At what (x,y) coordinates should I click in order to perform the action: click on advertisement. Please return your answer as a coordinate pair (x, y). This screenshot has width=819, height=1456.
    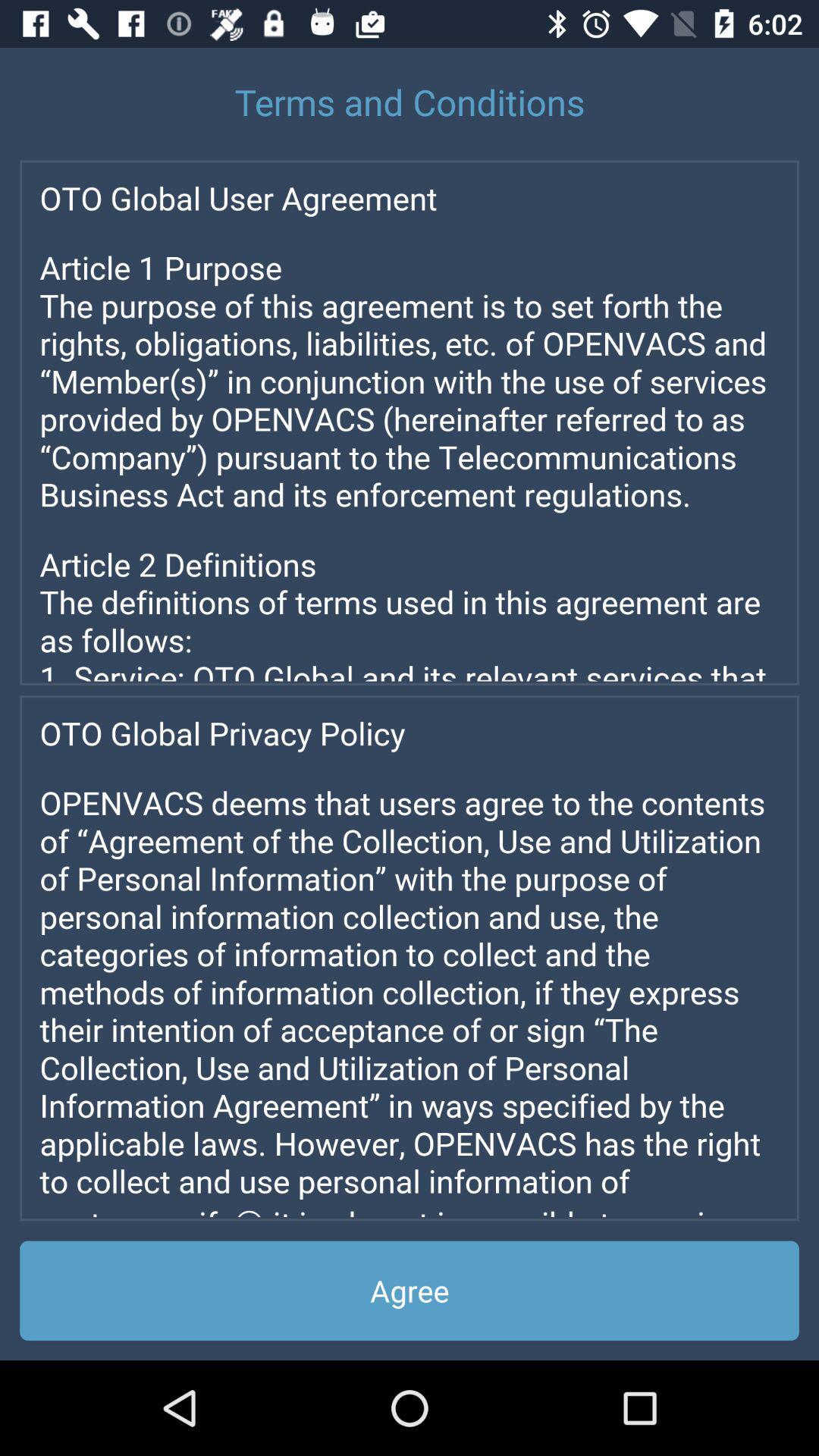
    Looking at the image, I should click on (409, 957).